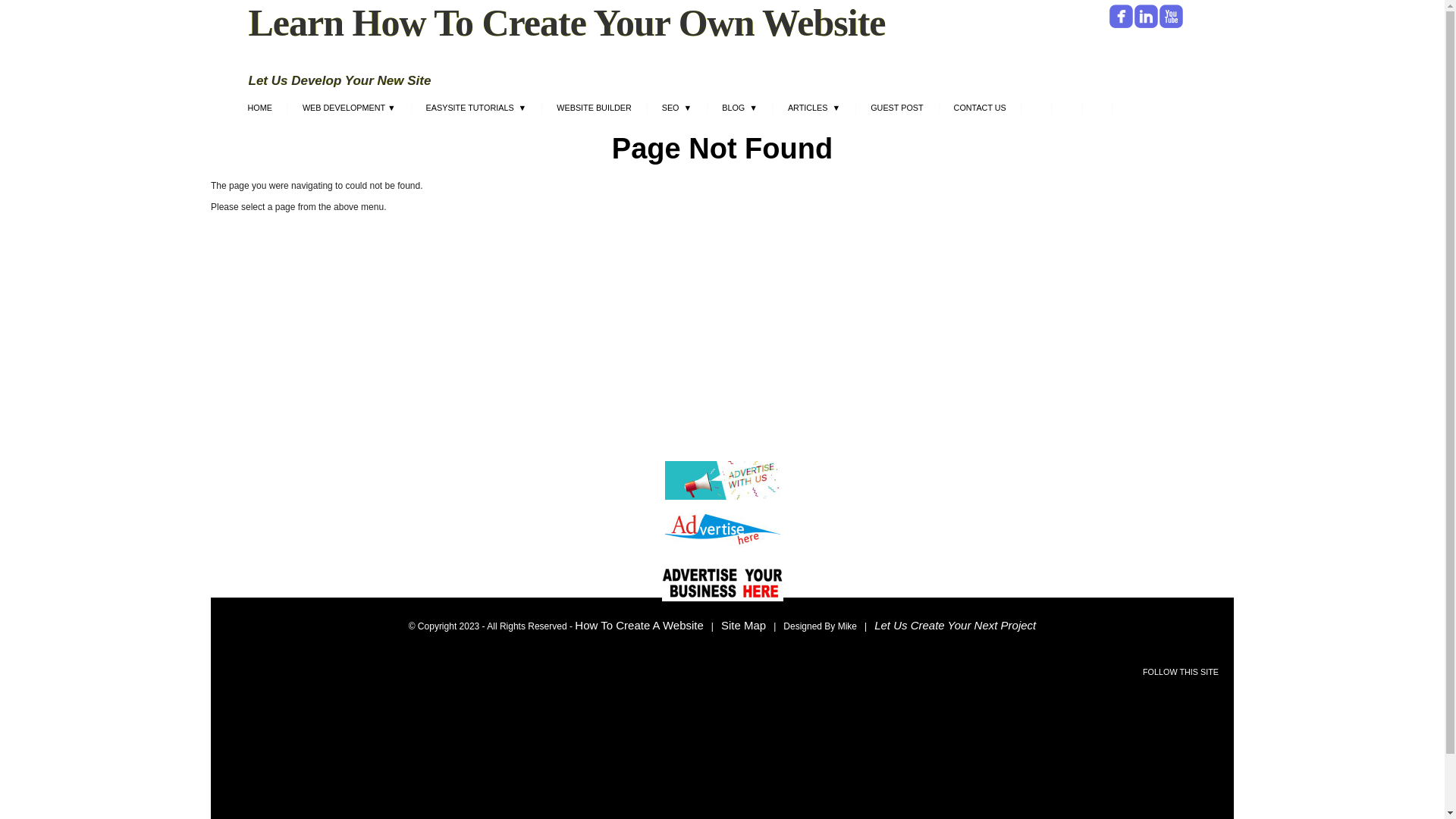 Image resolution: width=1456 pixels, height=819 pixels. I want to click on 'BLOG ', so click(705, 109).